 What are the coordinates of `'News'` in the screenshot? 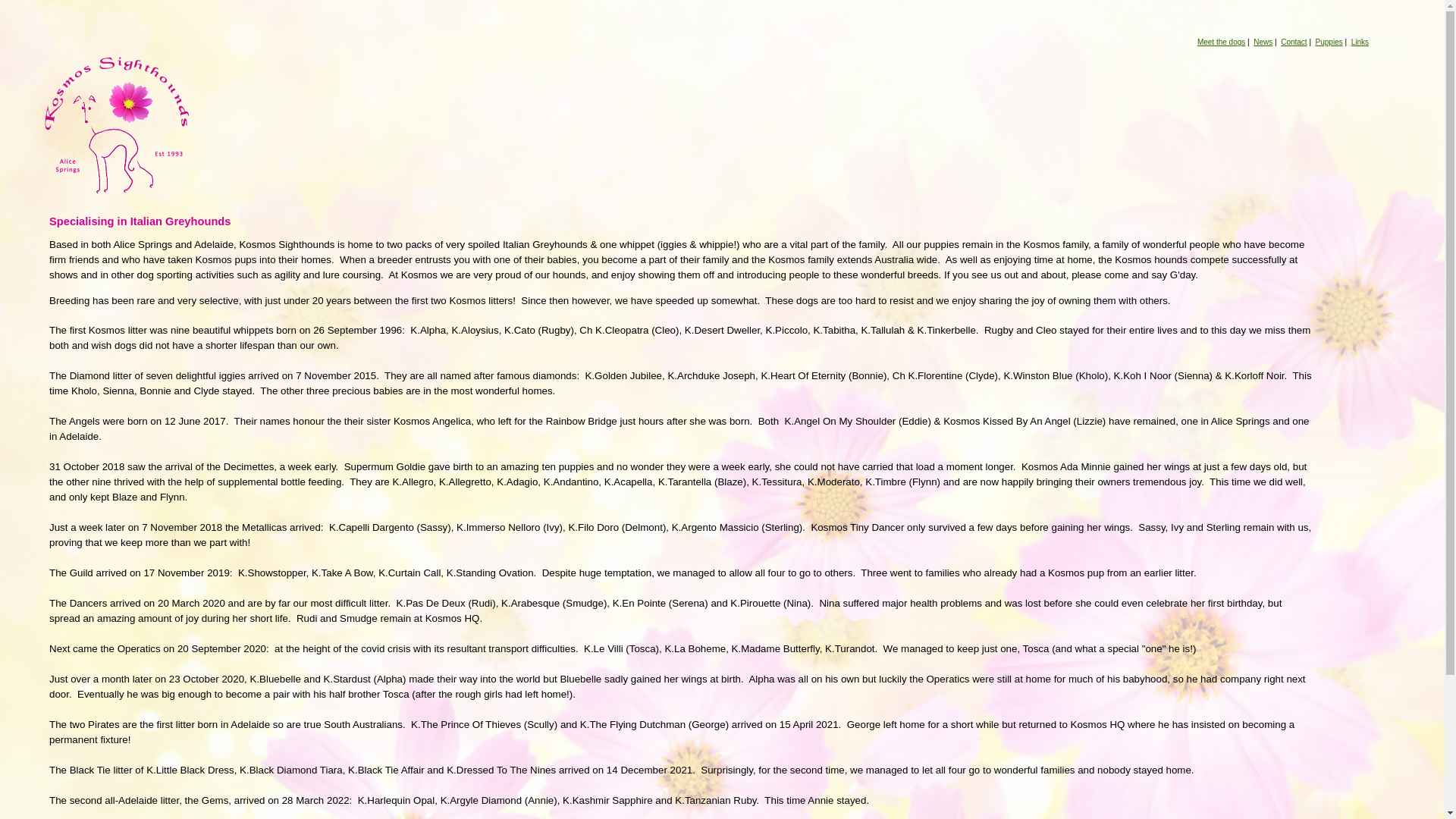 It's located at (1263, 41).